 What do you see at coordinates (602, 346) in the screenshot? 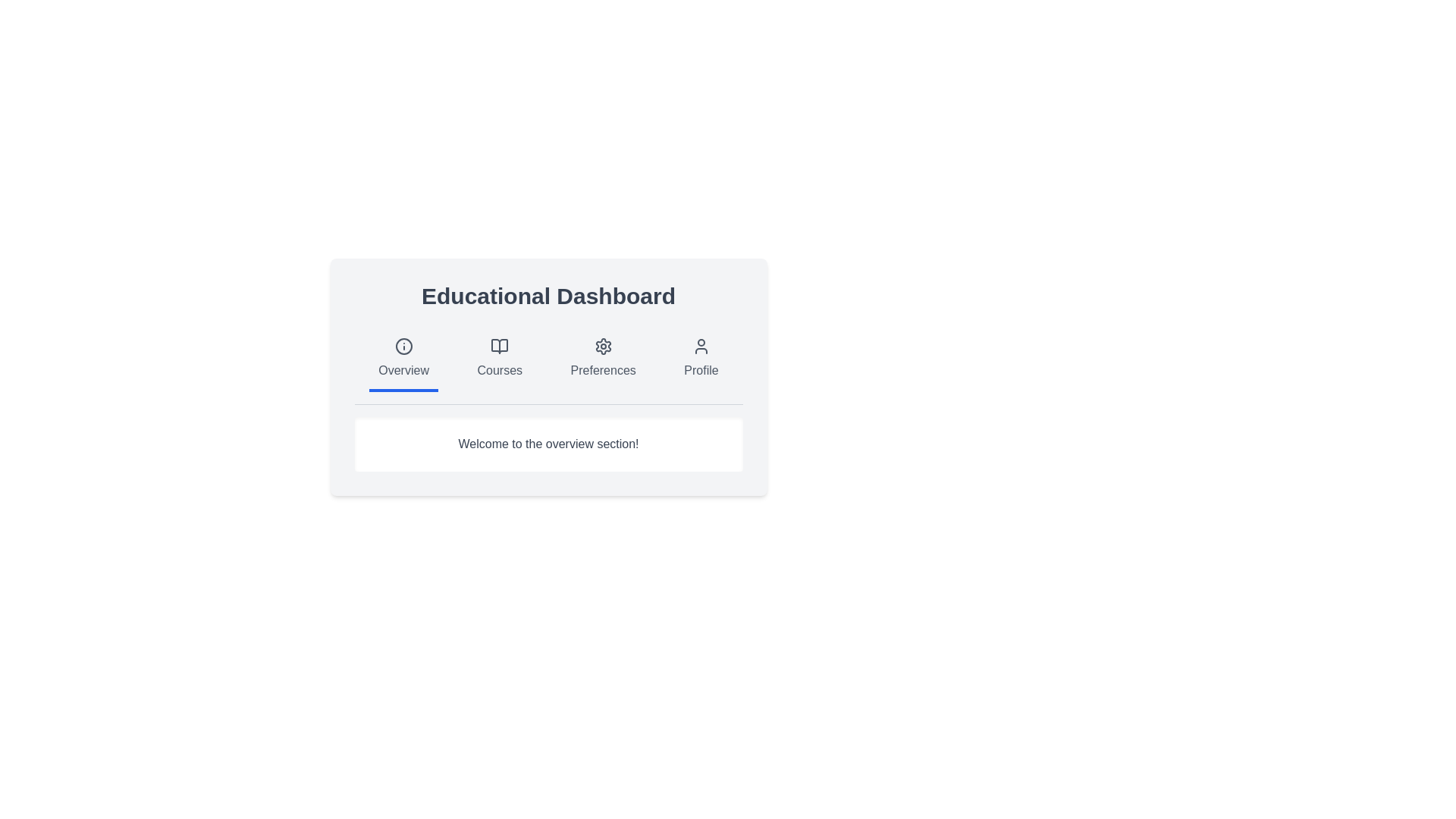
I see `the gear icon representing the 'Preferences' section` at bounding box center [602, 346].